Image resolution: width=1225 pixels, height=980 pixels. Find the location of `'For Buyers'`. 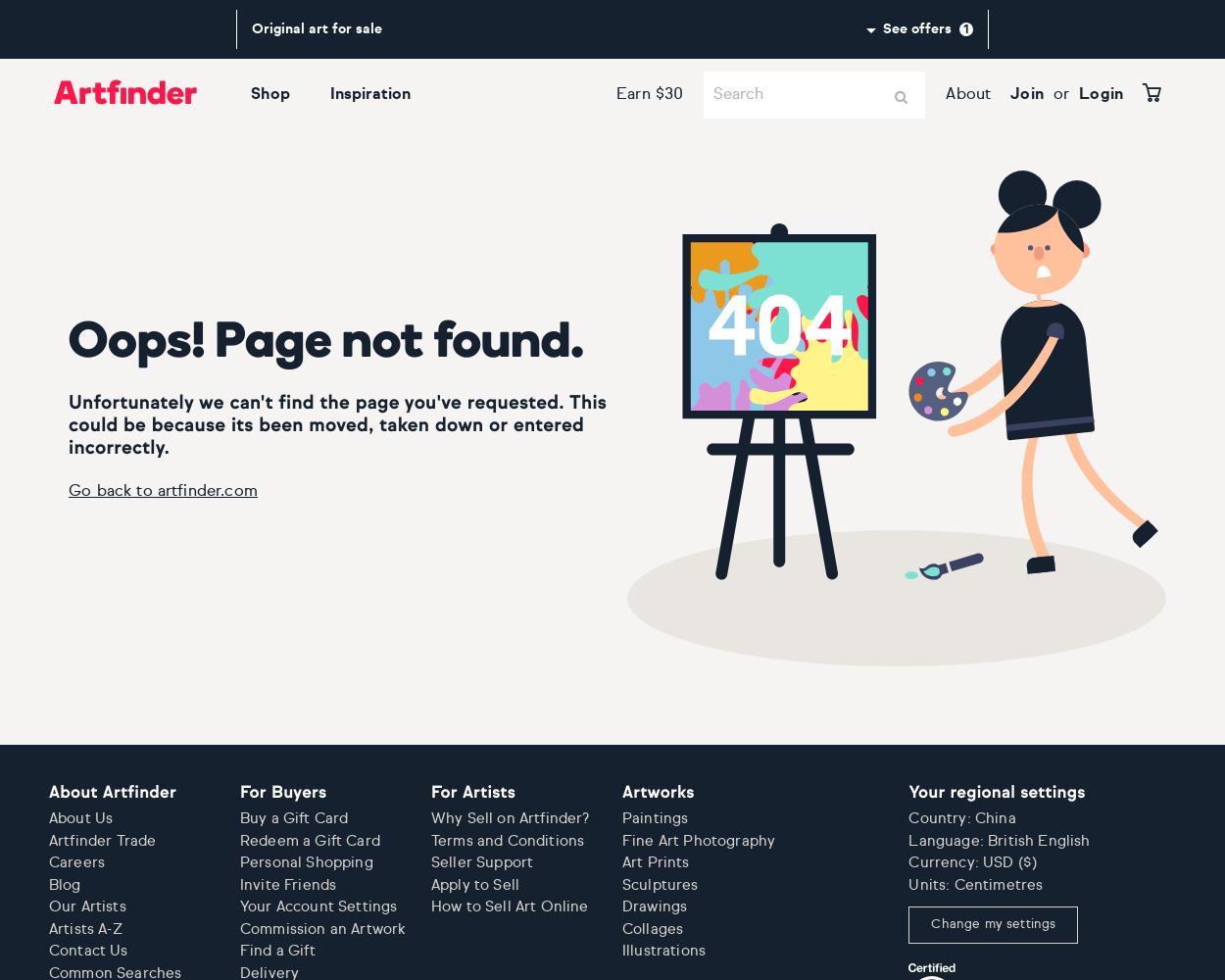

'For Buyers' is located at coordinates (283, 793).